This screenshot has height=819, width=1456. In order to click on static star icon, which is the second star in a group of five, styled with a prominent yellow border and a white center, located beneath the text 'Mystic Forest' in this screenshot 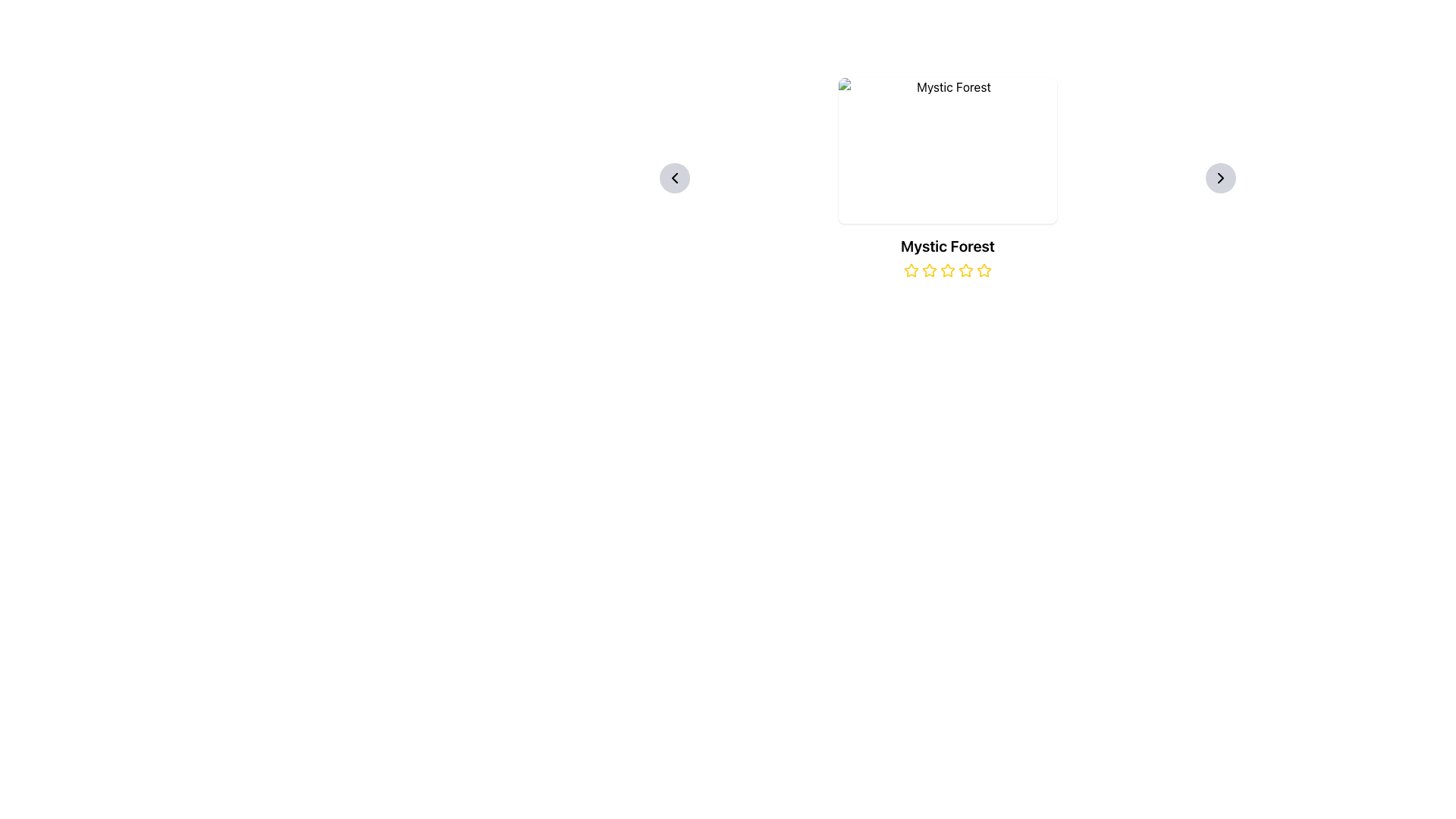, I will do `click(928, 269)`.